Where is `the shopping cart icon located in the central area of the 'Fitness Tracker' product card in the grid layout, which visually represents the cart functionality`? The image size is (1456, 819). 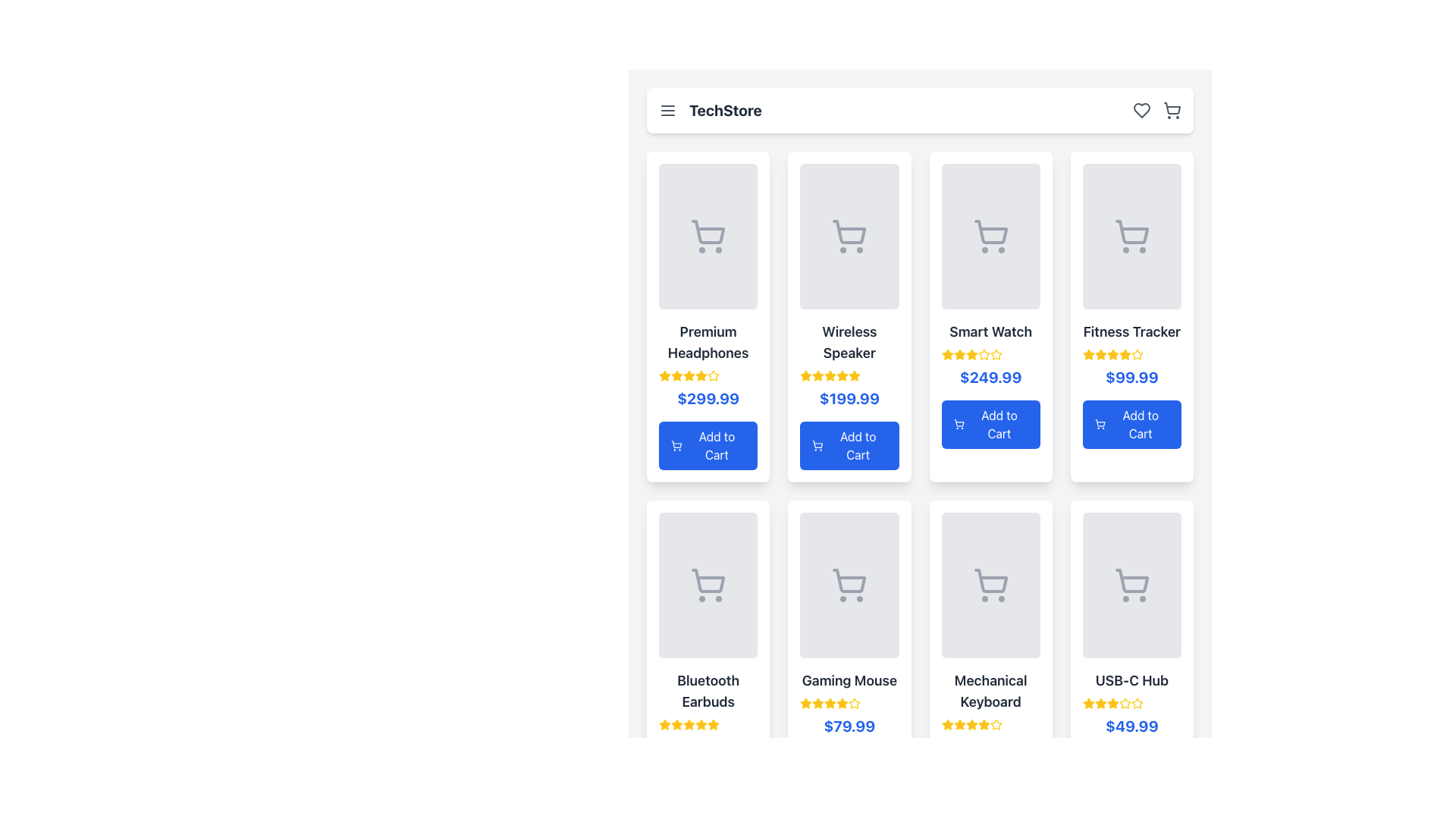
the shopping cart icon located in the central area of the 'Fitness Tracker' product card in the grid layout, which visually represents the cart functionality is located at coordinates (1131, 237).